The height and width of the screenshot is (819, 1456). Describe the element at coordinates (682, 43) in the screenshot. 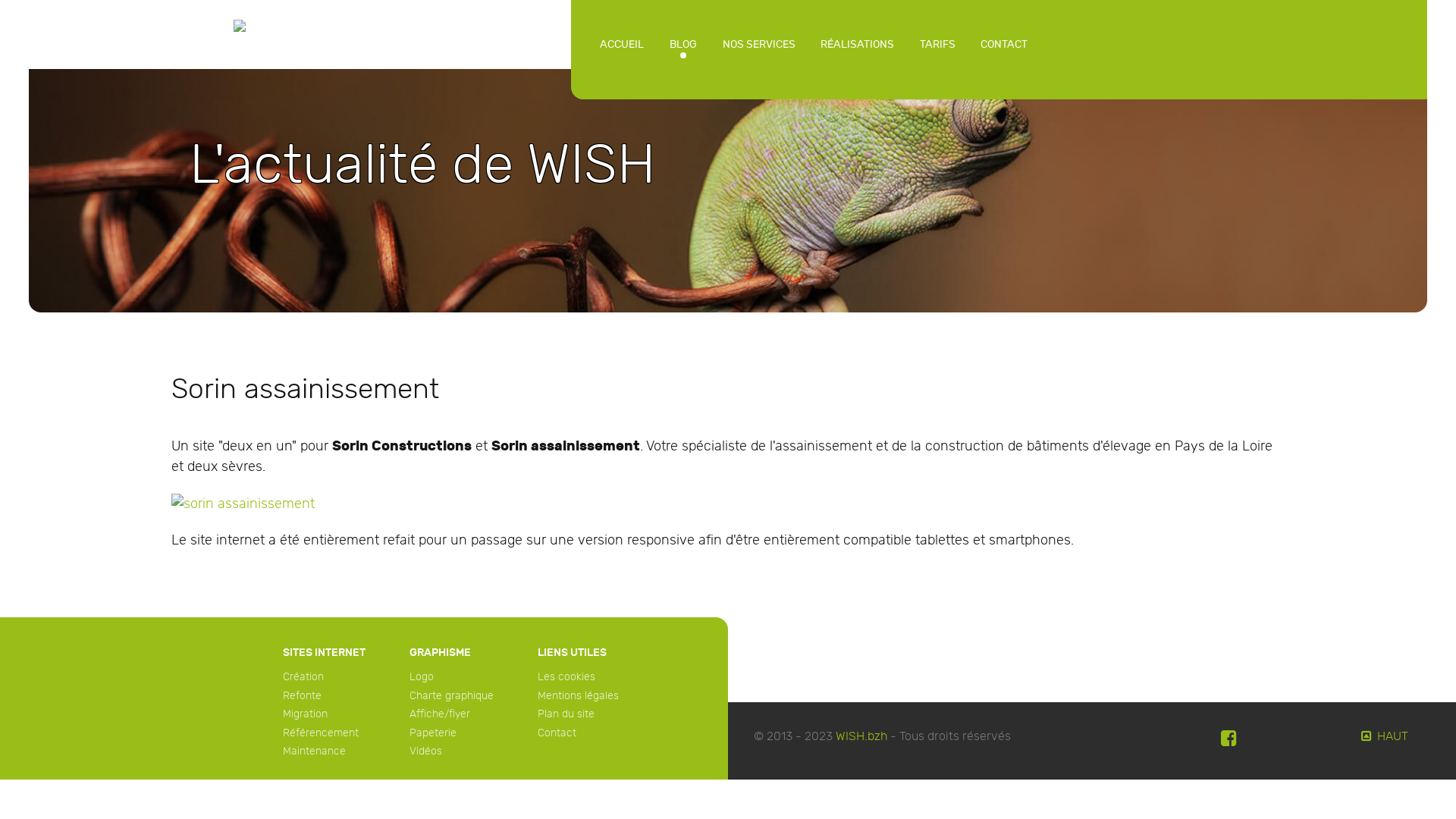

I see `'BLOG'` at that location.